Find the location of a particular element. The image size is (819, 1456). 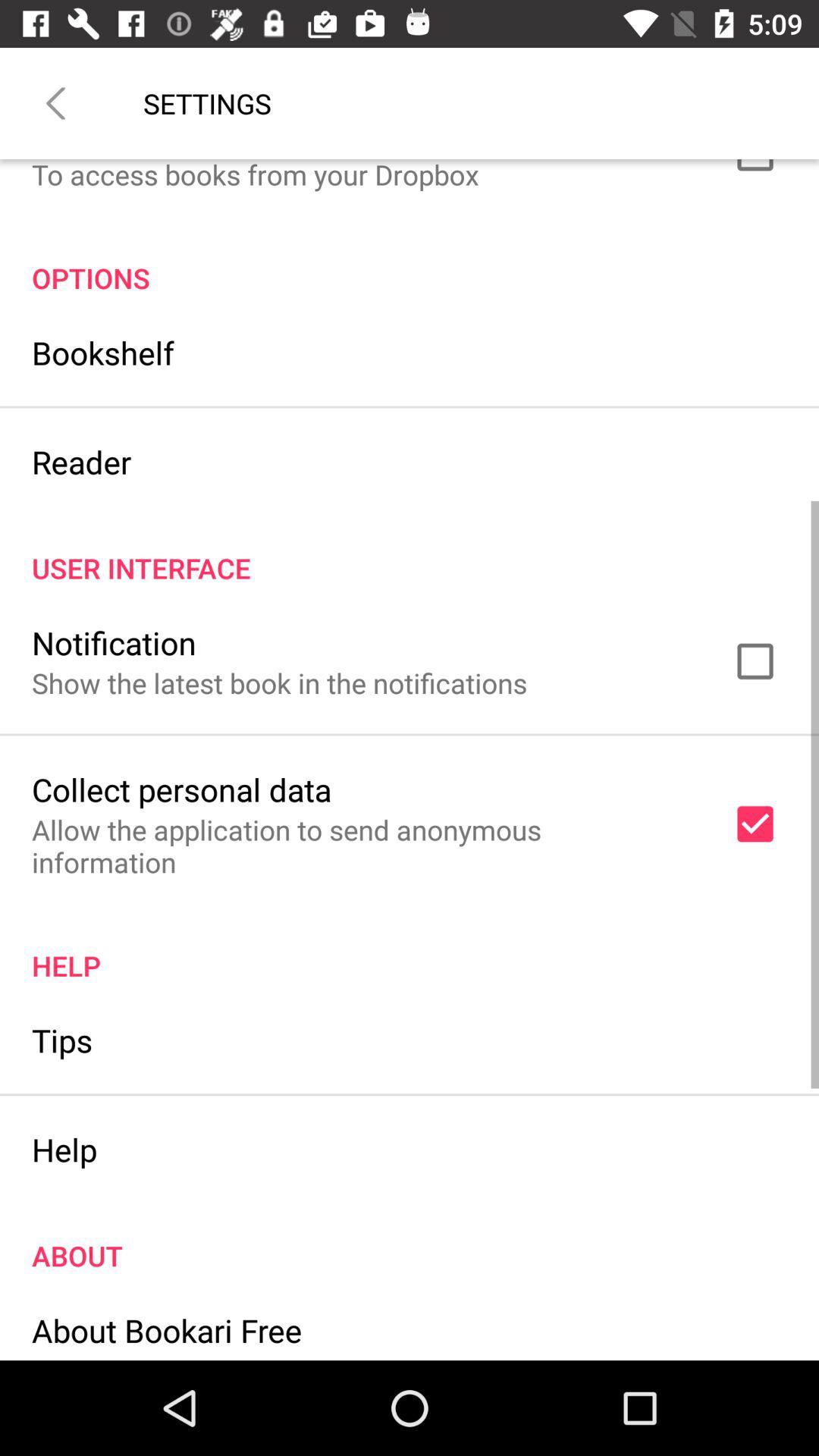

item next to settings is located at coordinates (55, 102).